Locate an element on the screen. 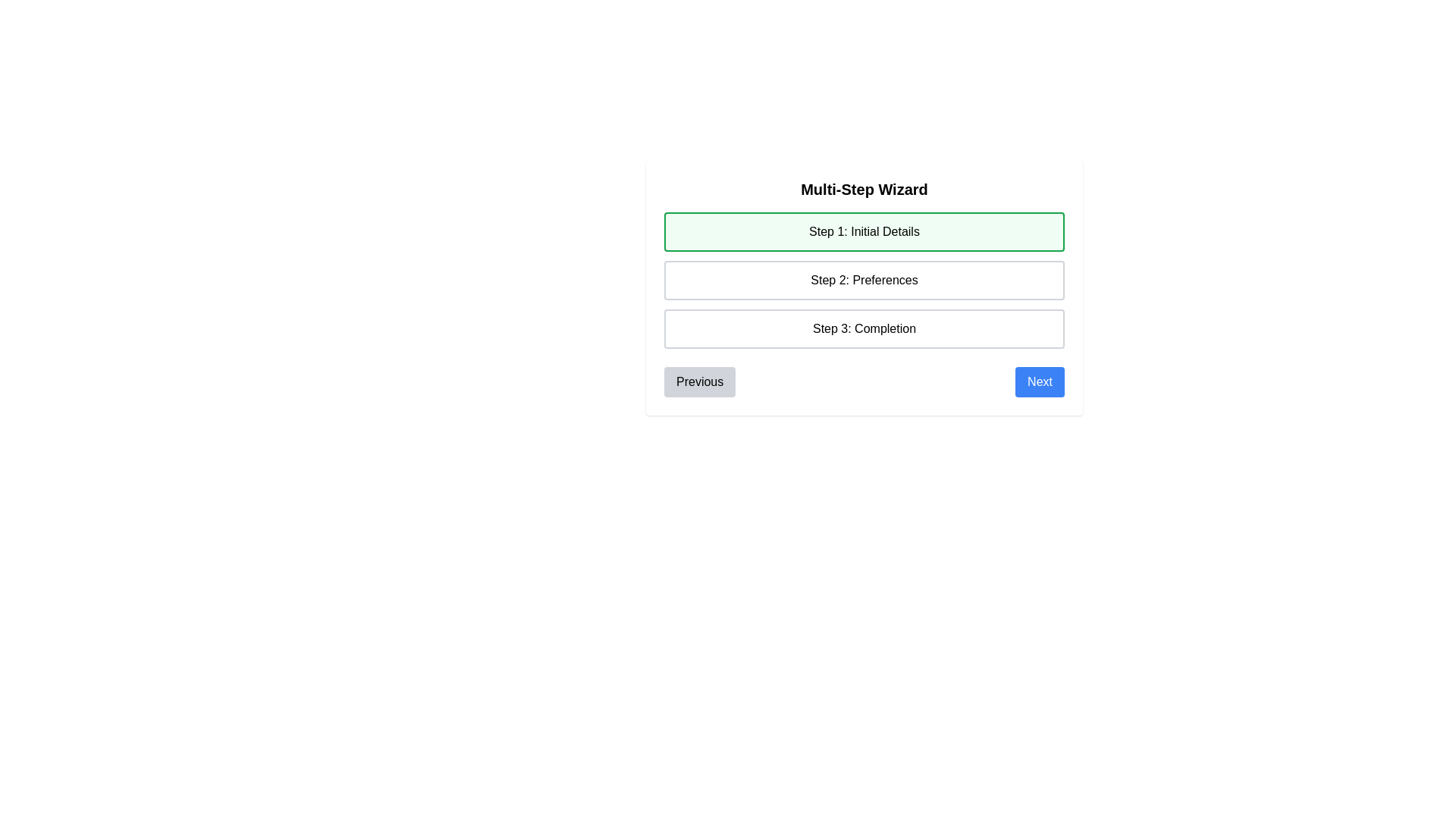  the multi-step wizard interface is located at coordinates (864, 288).